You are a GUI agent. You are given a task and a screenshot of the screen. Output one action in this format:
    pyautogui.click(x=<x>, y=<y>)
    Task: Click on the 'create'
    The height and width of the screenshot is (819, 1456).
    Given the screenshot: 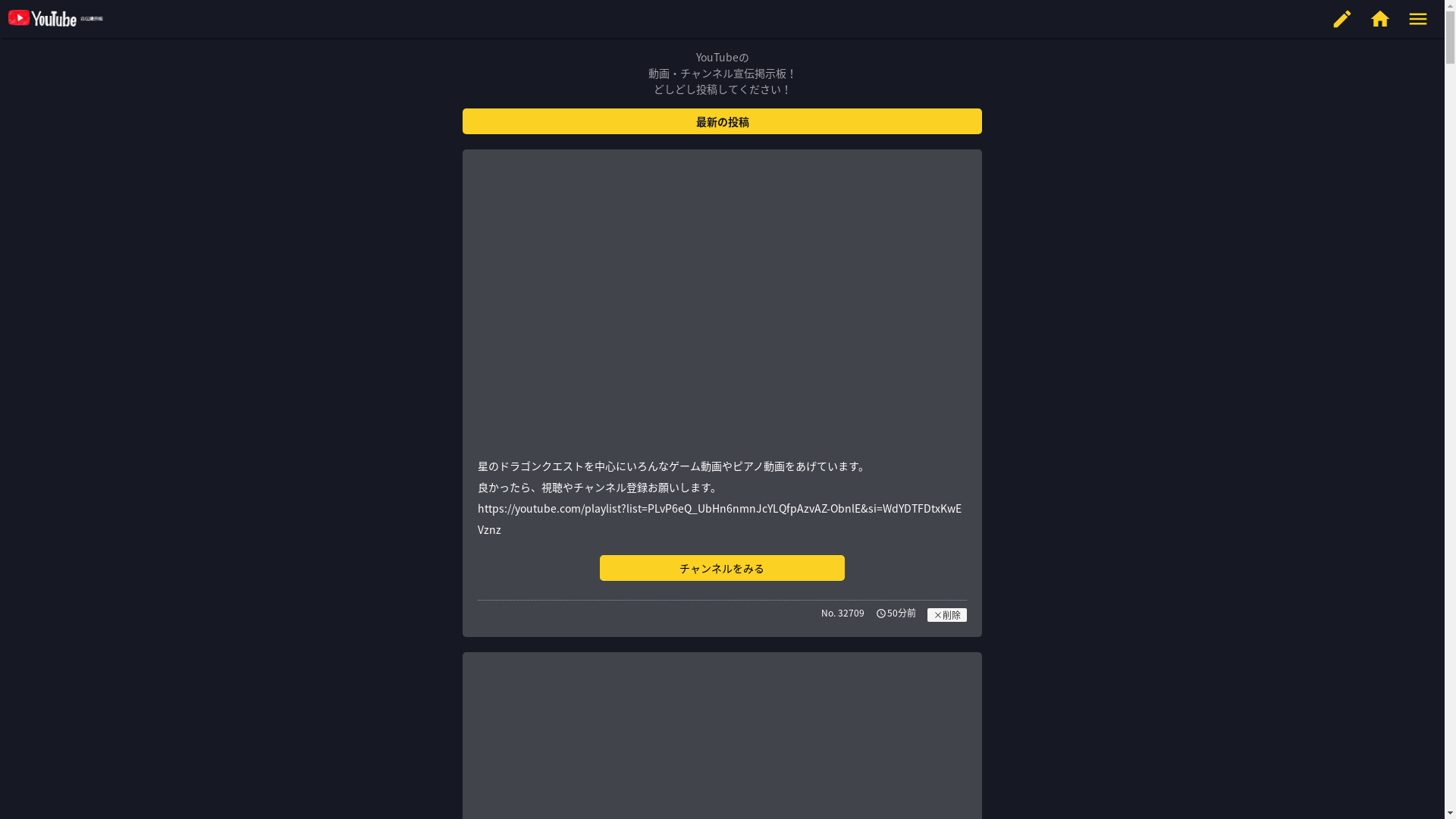 What is the action you would take?
    pyautogui.click(x=1342, y=18)
    